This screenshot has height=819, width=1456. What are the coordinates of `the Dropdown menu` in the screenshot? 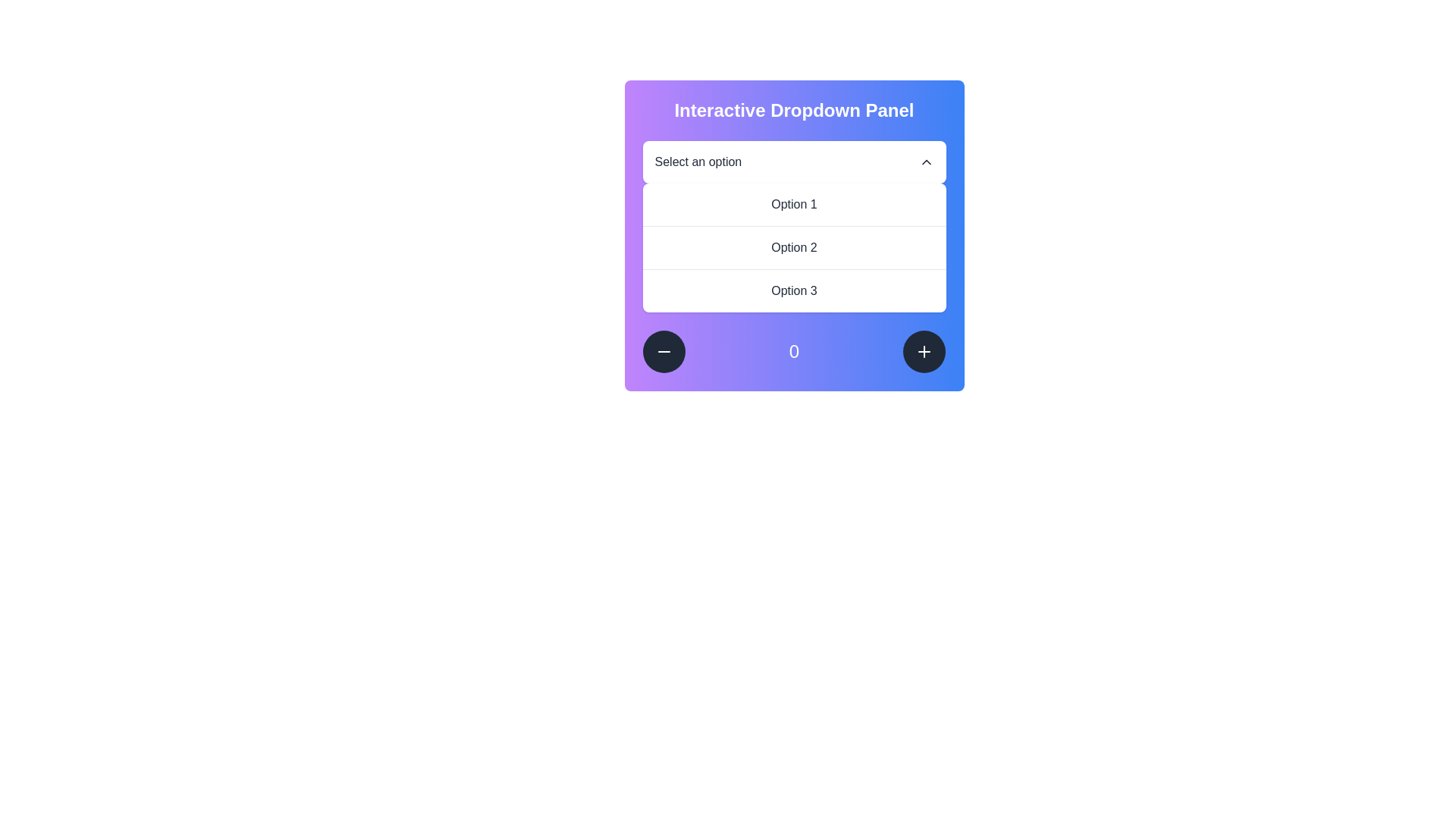 It's located at (793, 227).